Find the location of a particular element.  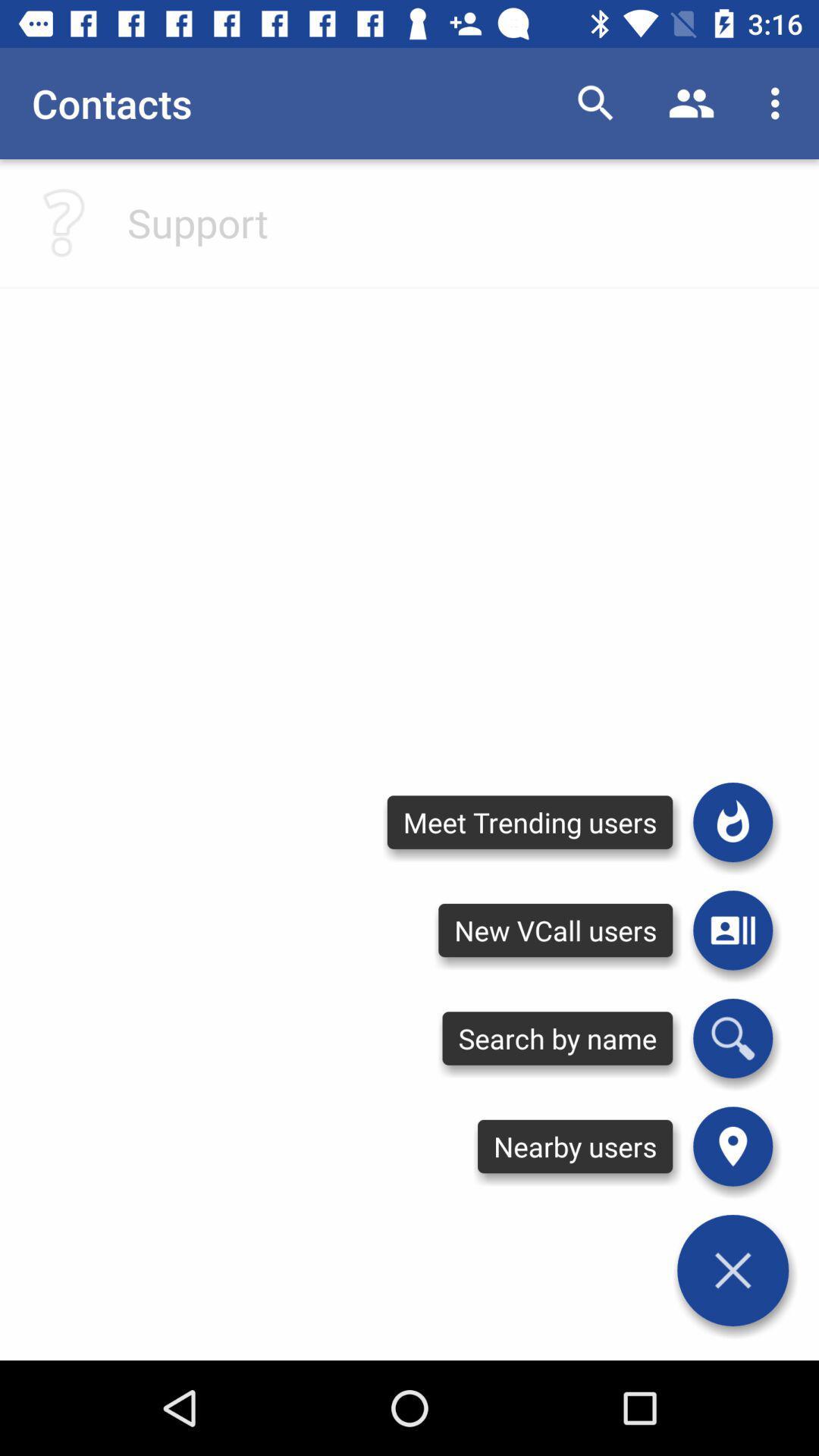

nearby users icon is located at coordinates (575, 1147).